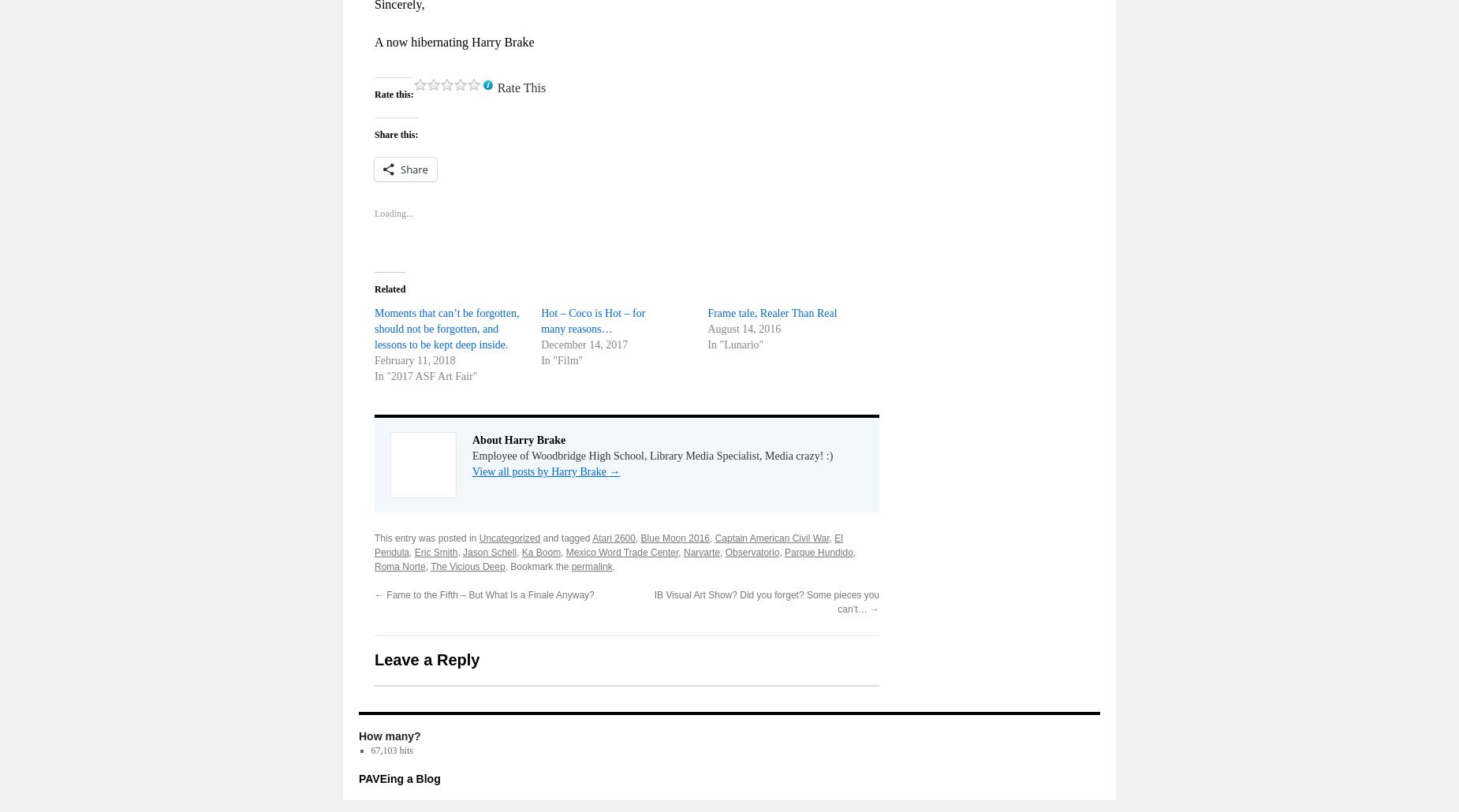 The image size is (1459, 812). I want to click on '67,103 hits', so click(391, 748).